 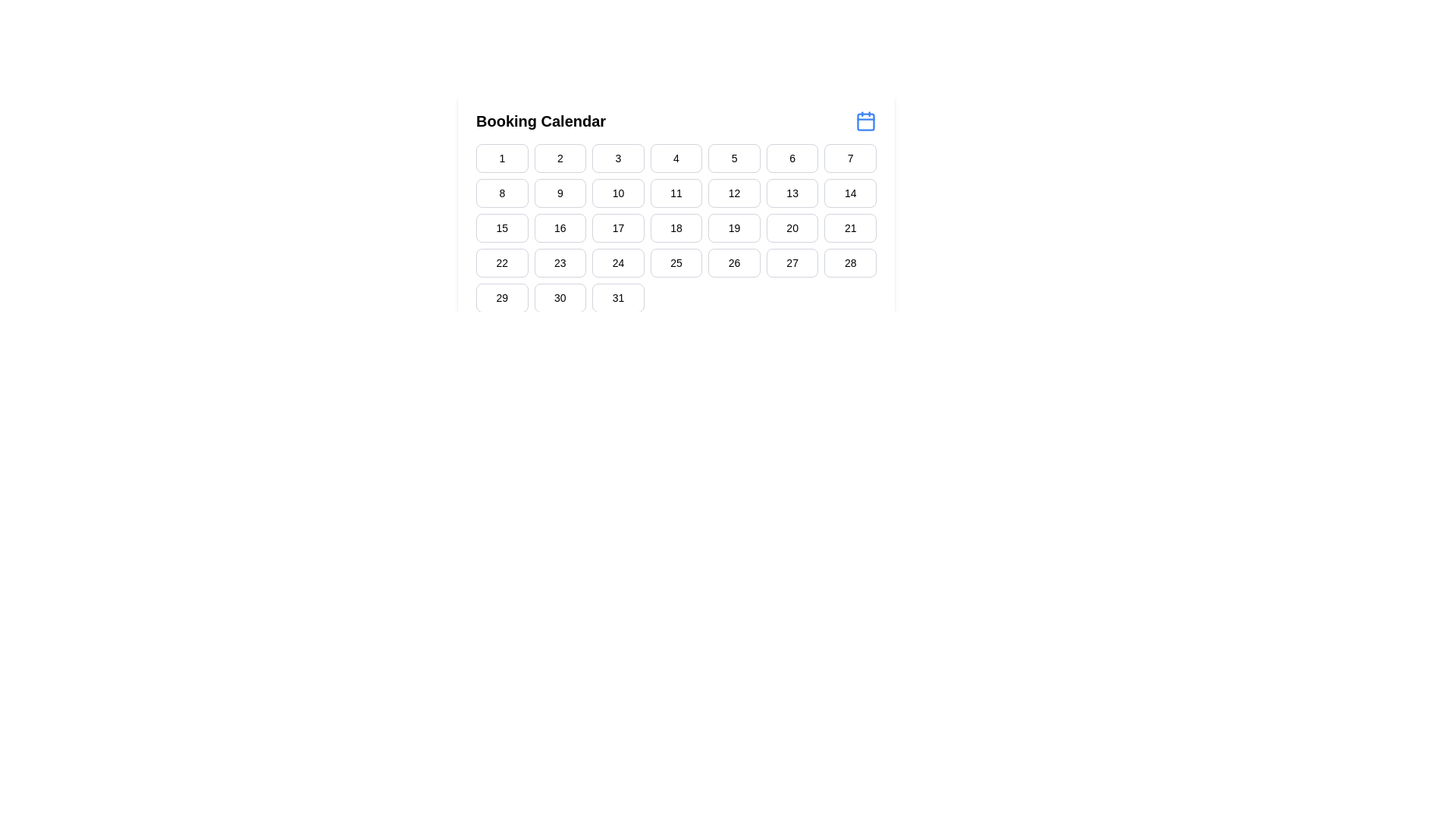 I want to click on the button labeled '23' in the calendar component, so click(x=559, y=262).